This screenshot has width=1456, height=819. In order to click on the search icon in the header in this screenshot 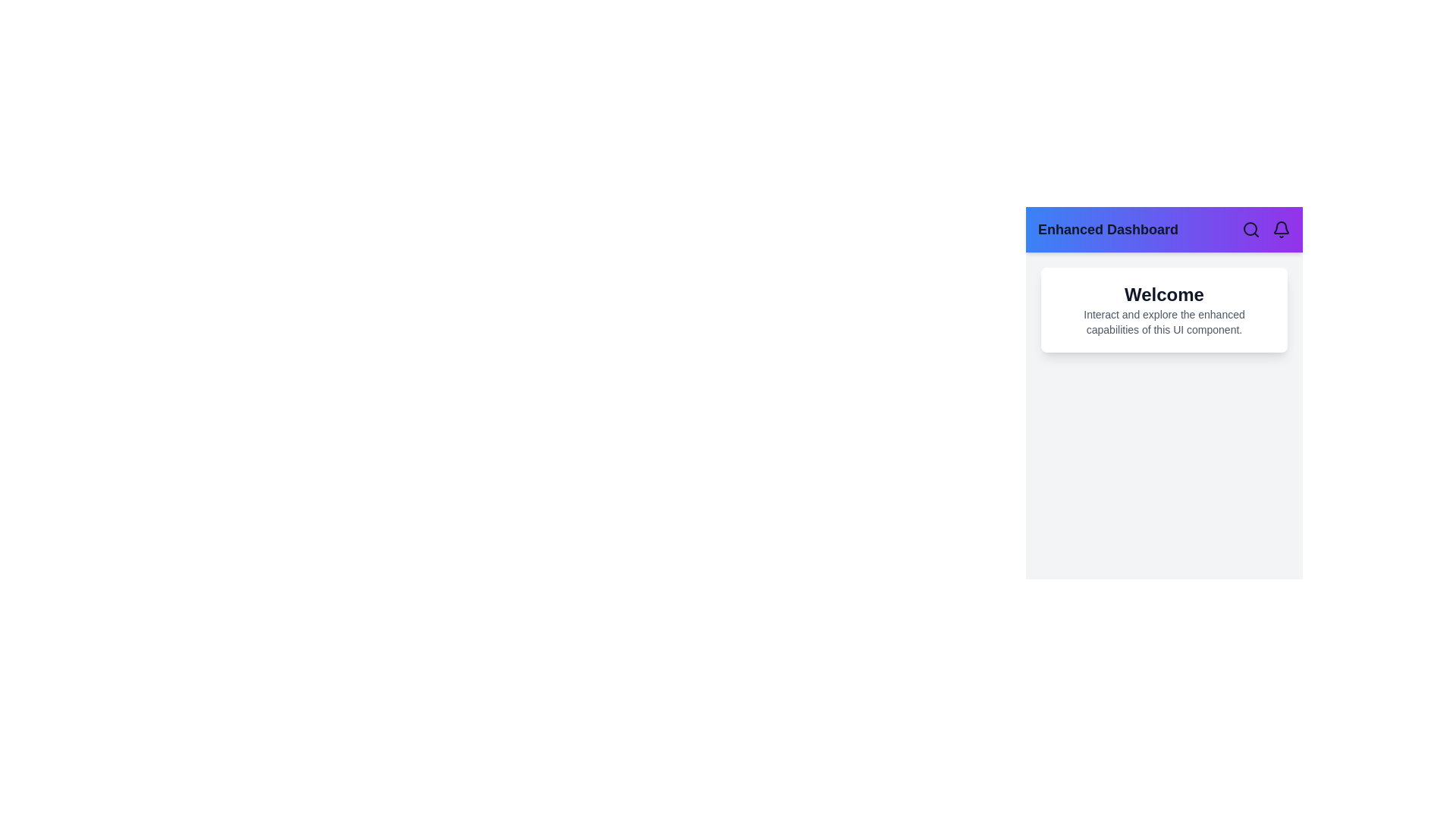, I will do `click(1251, 230)`.